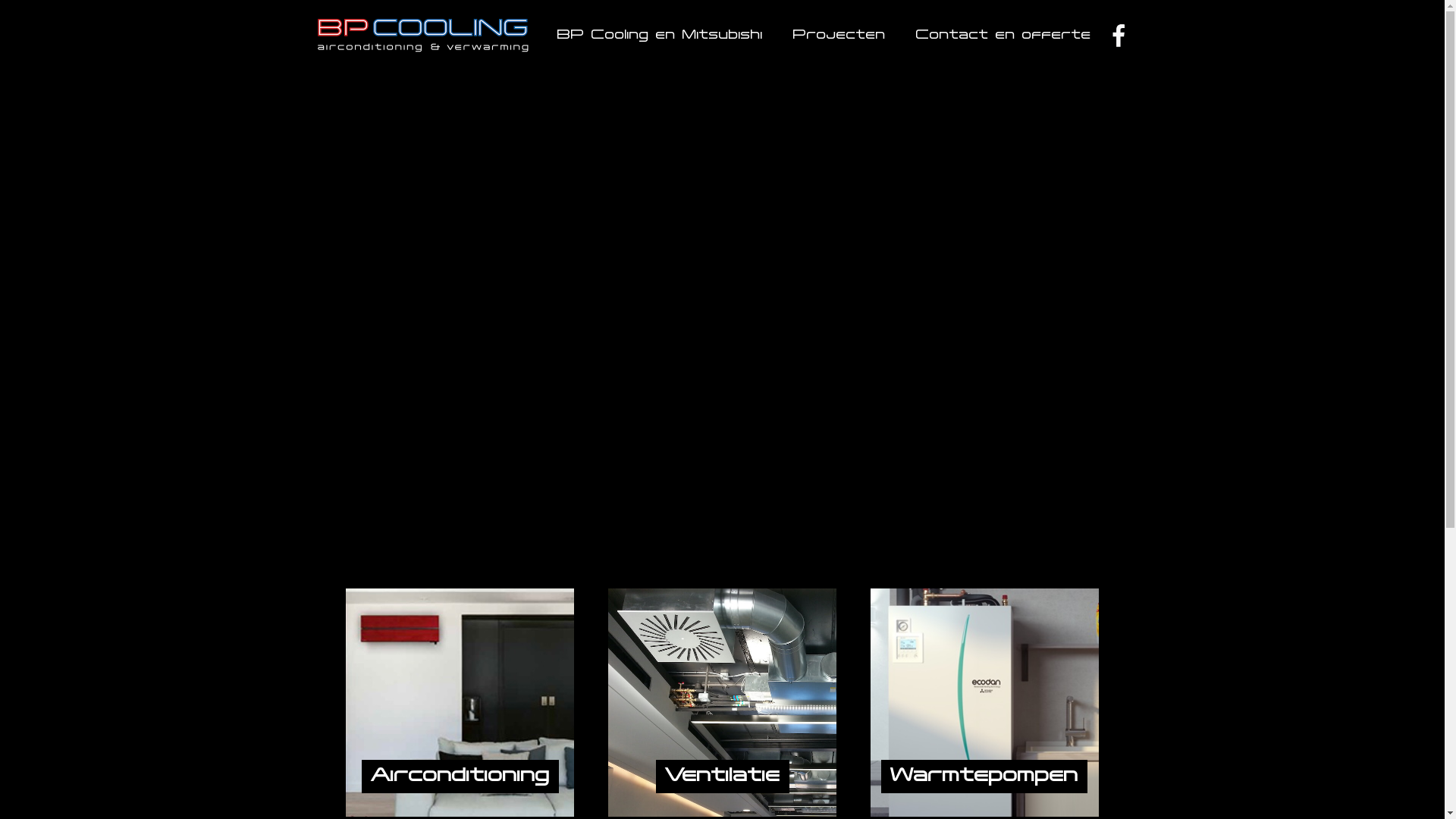  Describe the element at coordinates (459, 691) in the screenshot. I see `'Airconditioning'` at that location.